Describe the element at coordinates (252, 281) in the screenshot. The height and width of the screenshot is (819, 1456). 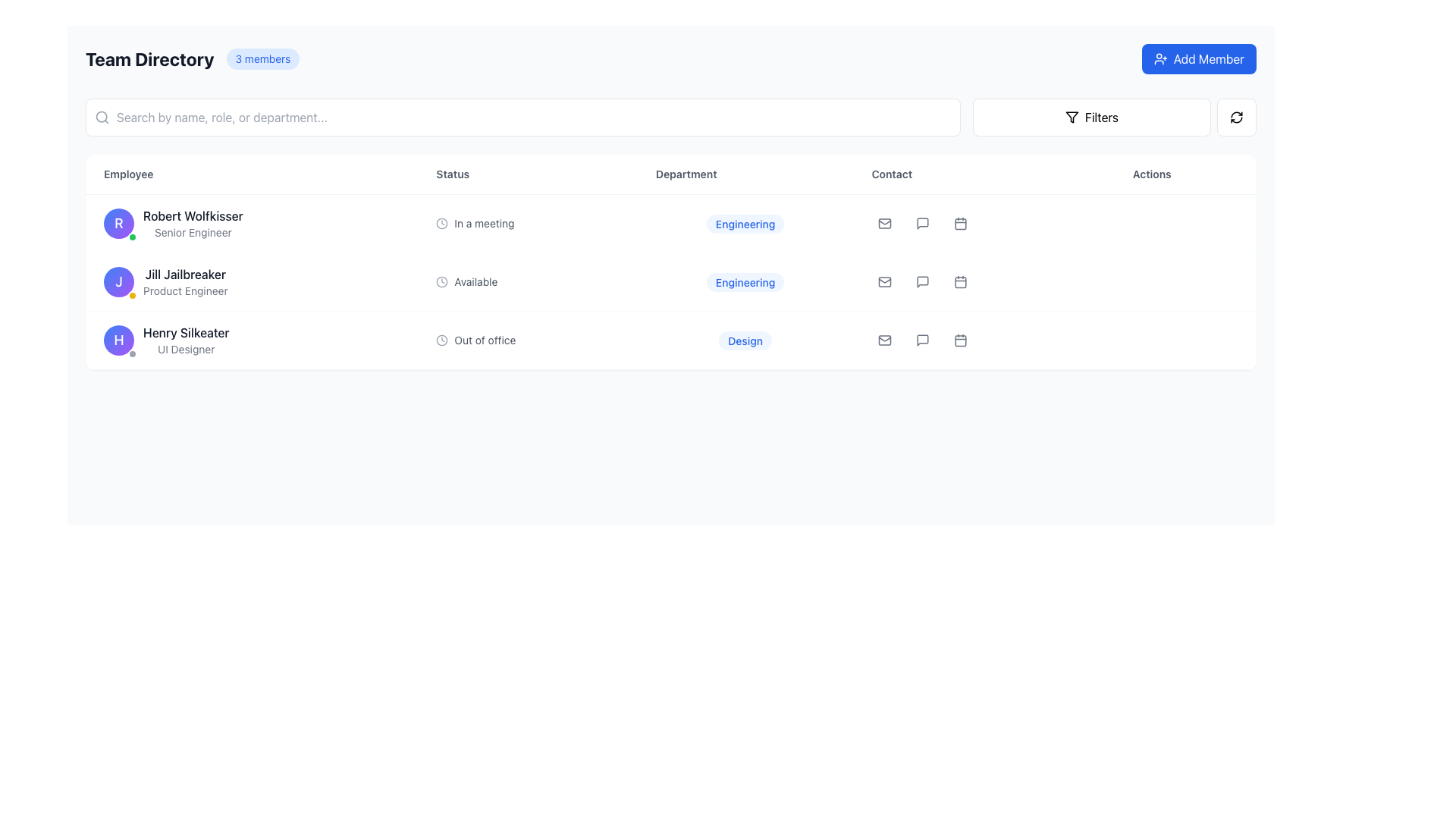
I see `avatar of the employee information display card located in the second row of the 'Employee' column in the 'Team Directory' table, positioned below 'Robert Wolfkisser' and above 'Henry Silkeater'` at that location.